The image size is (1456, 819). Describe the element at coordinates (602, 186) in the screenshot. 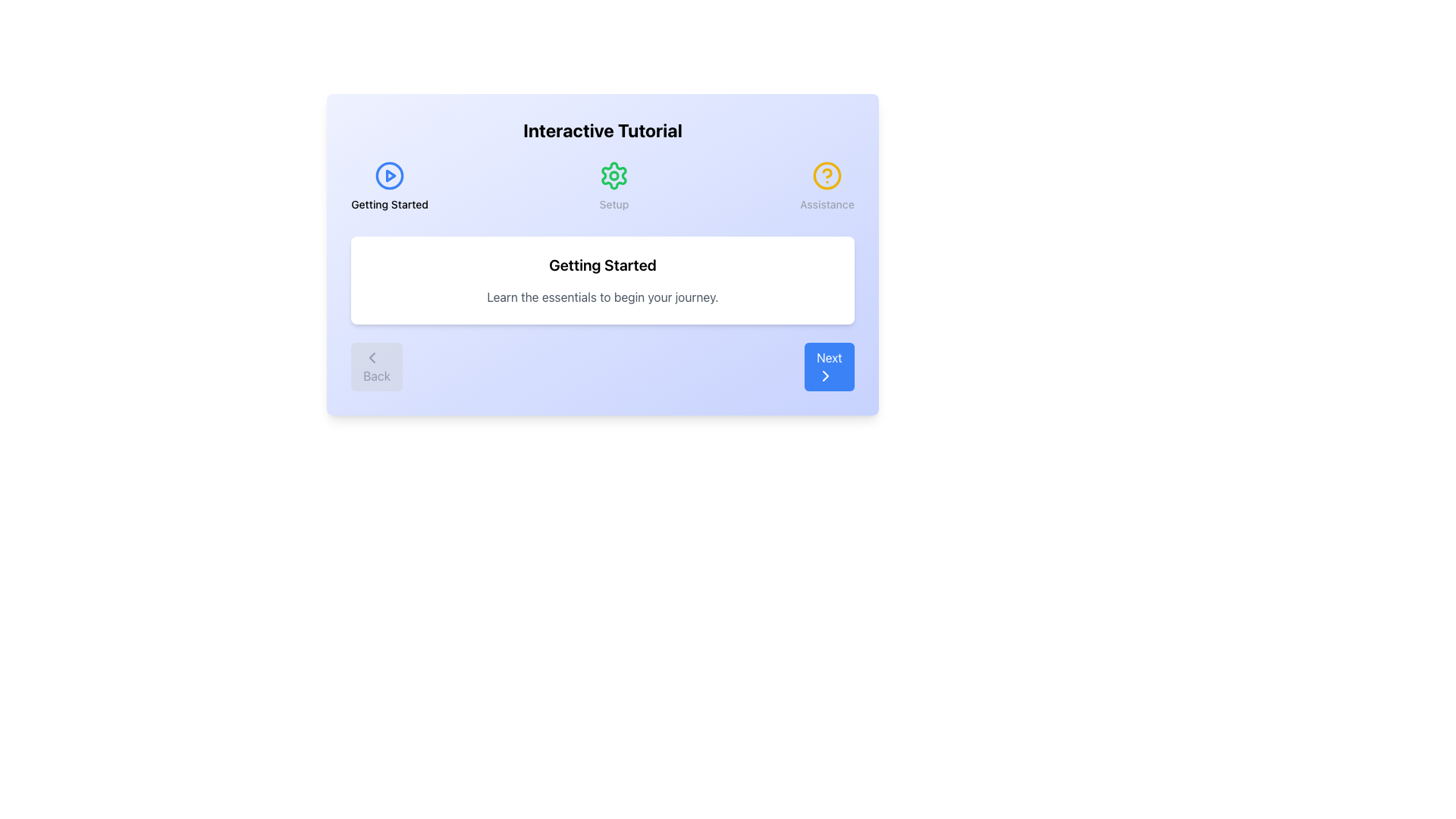

I see `the 'Setup' navigation item, which is the second segment in the navigation bar under 'Interactive Tutorial', featuring a green gear icon and labeled text` at that location.